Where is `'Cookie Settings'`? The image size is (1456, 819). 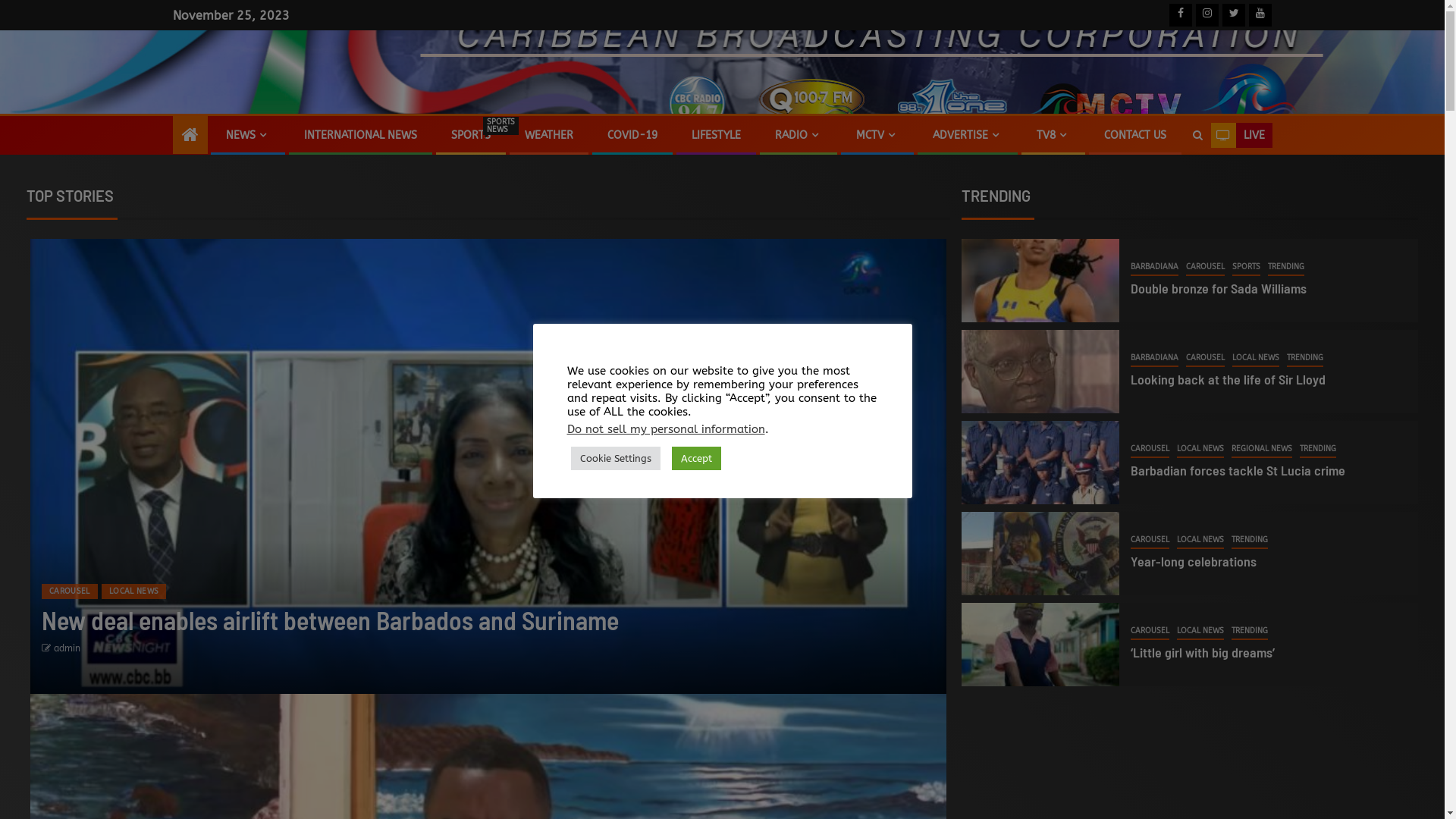
'Cookie Settings' is located at coordinates (615, 457).